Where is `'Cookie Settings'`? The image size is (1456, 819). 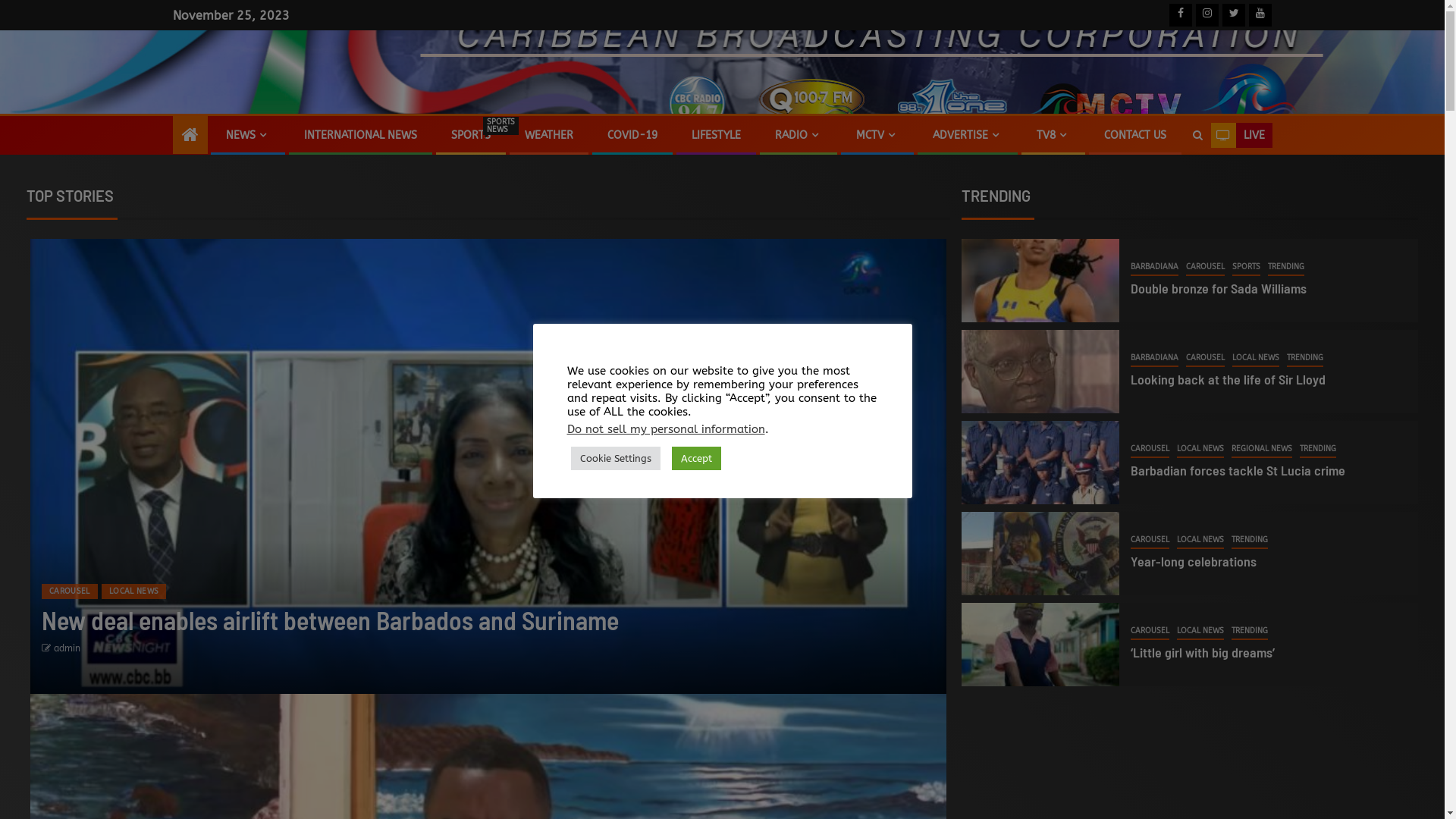
'Cookie Settings' is located at coordinates (615, 457).